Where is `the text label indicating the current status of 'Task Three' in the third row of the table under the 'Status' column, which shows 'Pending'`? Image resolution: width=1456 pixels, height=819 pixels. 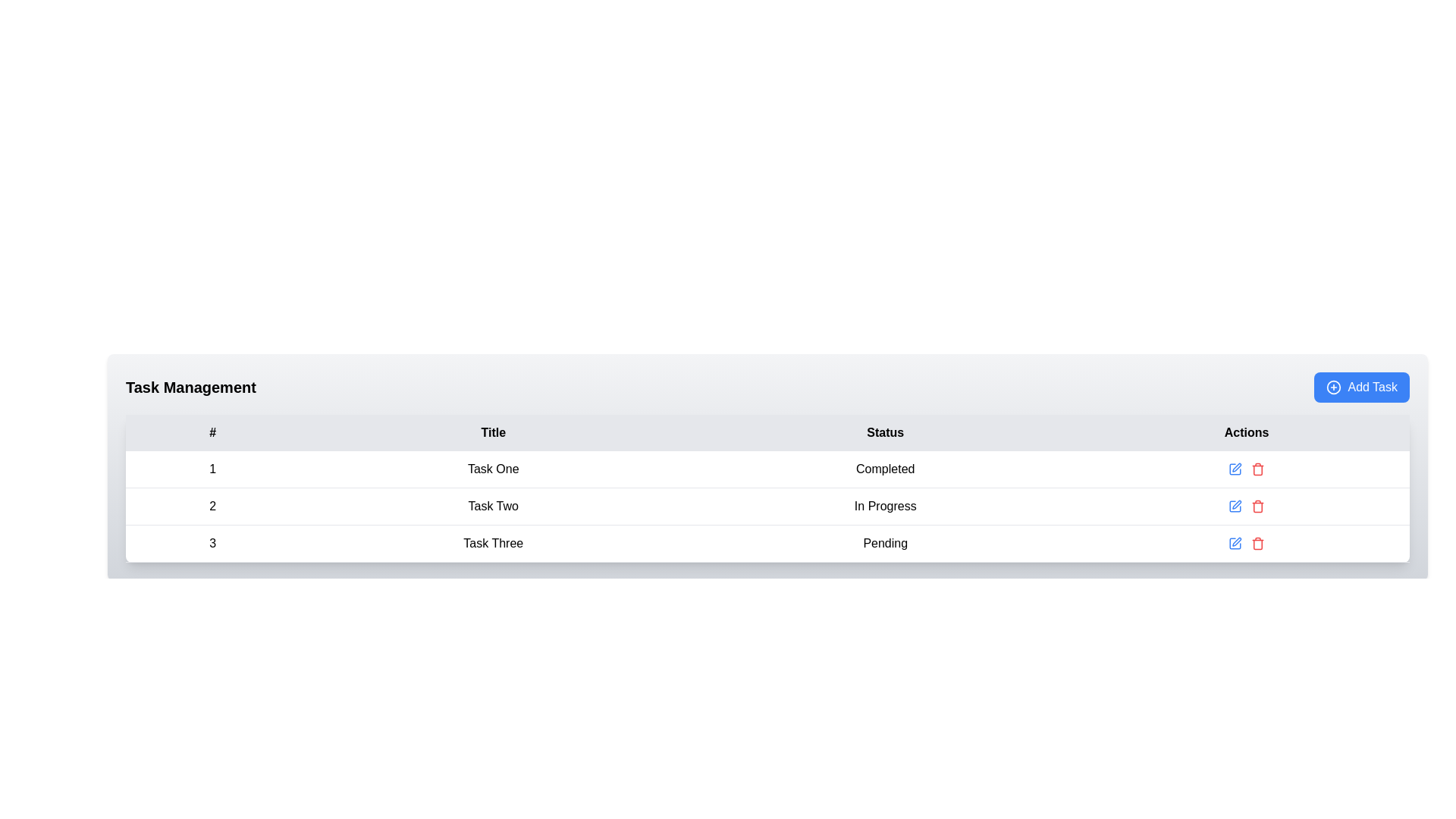
the text label indicating the current status of 'Task Three' in the third row of the table under the 'Status' column, which shows 'Pending' is located at coordinates (885, 543).